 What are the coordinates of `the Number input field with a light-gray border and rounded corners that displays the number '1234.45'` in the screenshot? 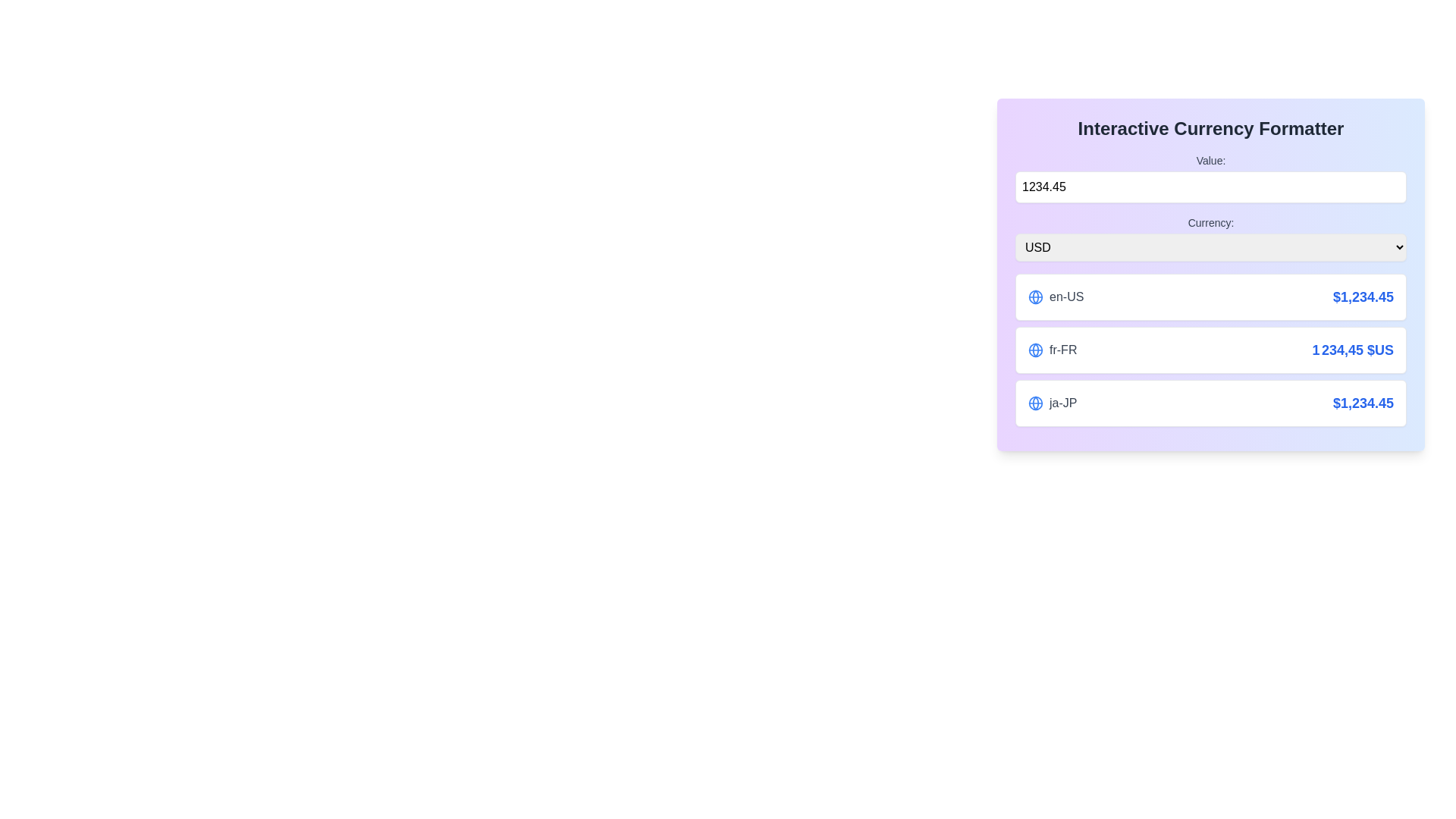 It's located at (1210, 186).